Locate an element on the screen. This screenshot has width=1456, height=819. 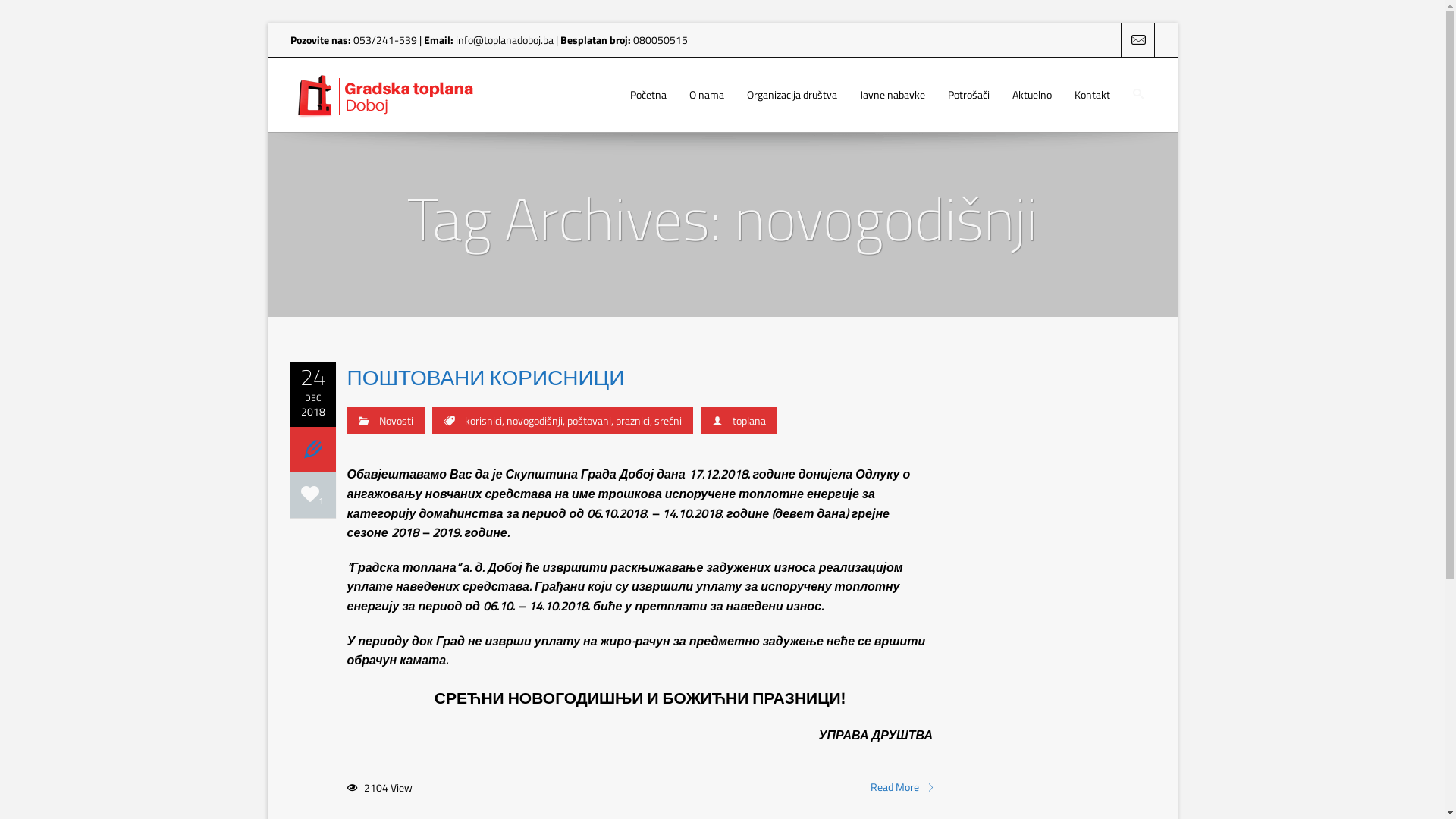
'24 is located at coordinates (312, 391).